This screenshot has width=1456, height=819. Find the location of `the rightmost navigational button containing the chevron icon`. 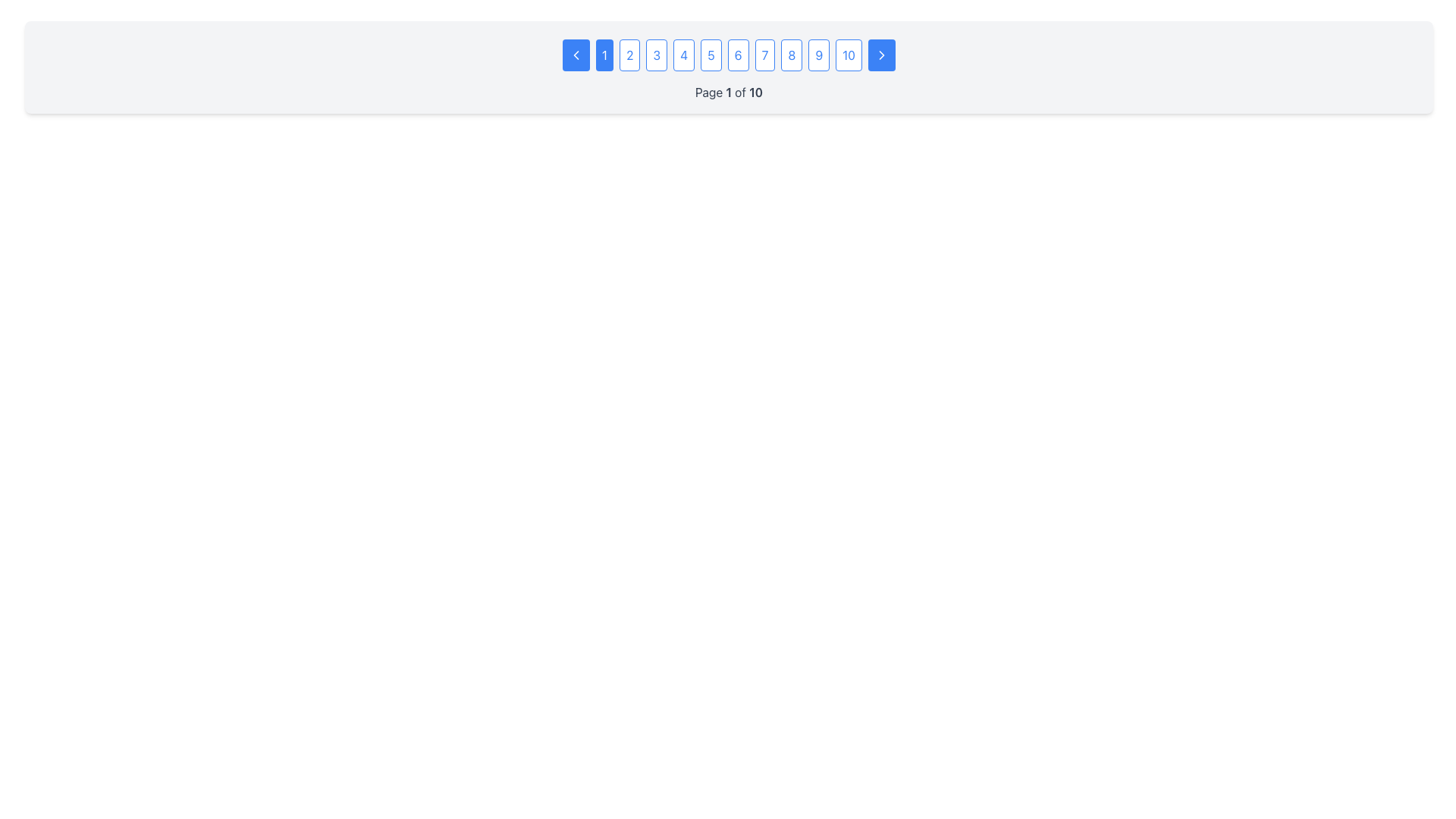

the rightmost navigational button containing the chevron icon is located at coordinates (881, 55).